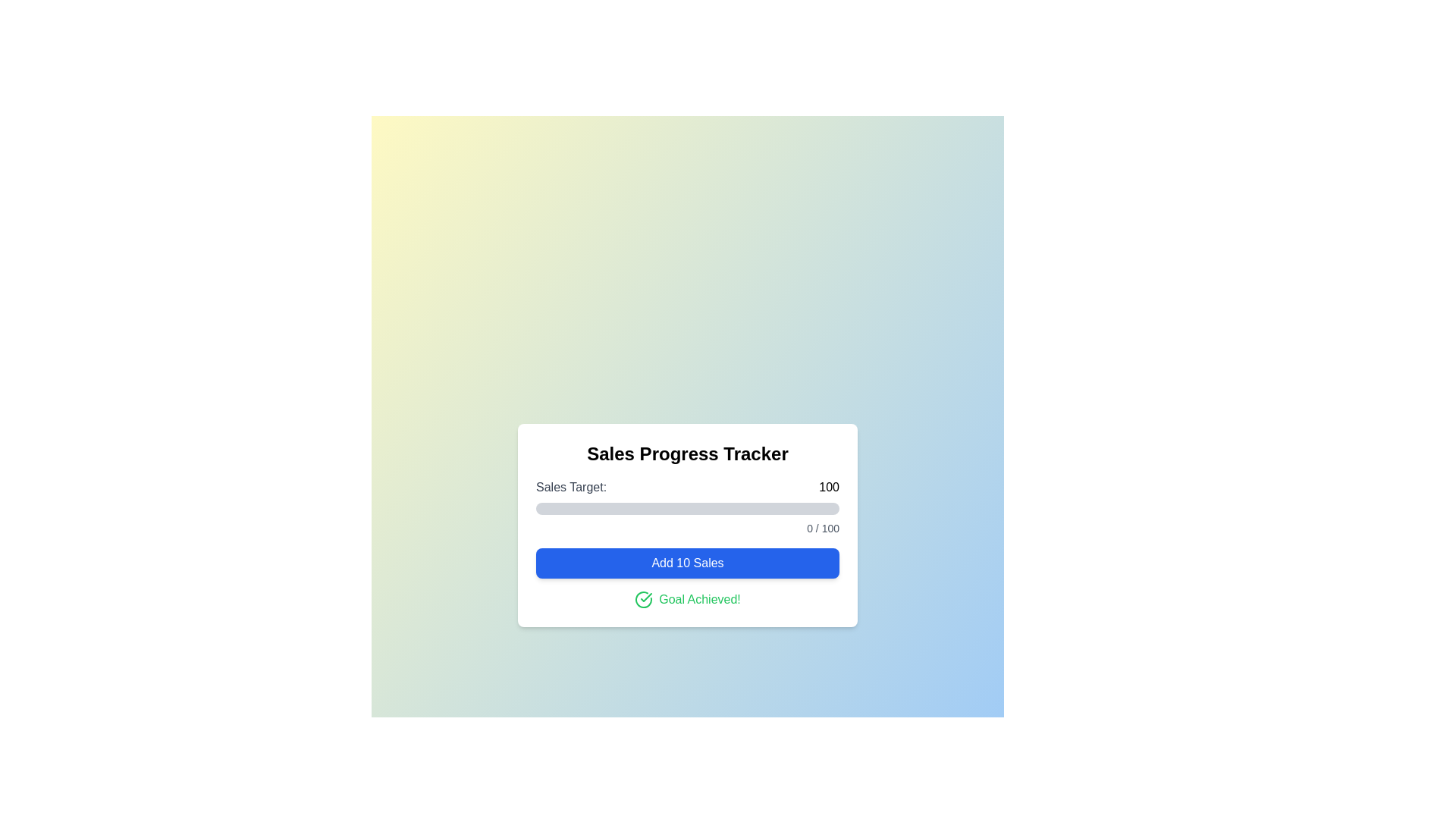  Describe the element at coordinates (570, 488) in the screenshot. I see `the text label reading 'Sales Target:' which is styled in gray font and located on the upper left side of the 'Sales Progress Tracker' card` at that location.